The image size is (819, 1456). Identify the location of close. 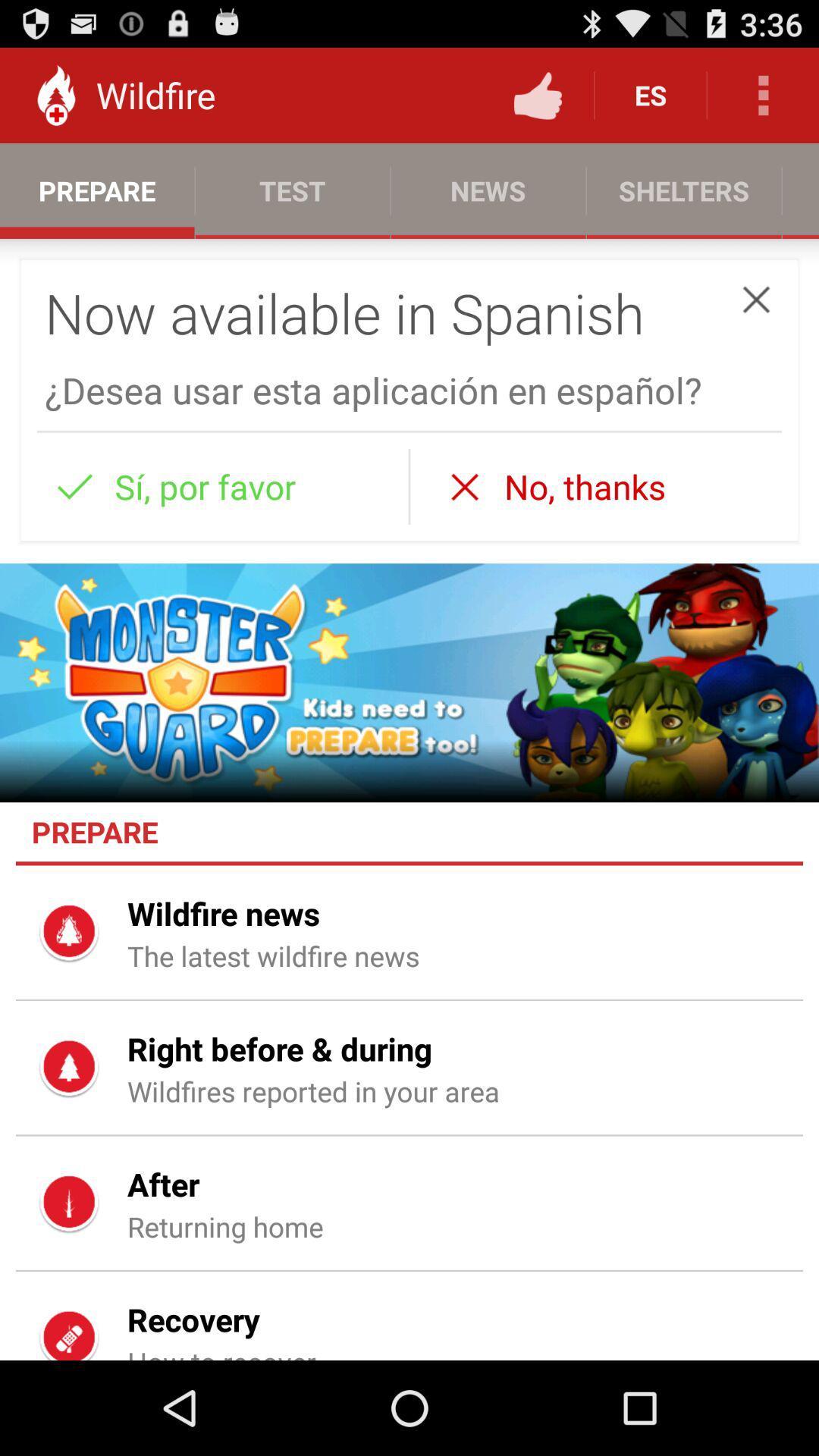
(756, 300).